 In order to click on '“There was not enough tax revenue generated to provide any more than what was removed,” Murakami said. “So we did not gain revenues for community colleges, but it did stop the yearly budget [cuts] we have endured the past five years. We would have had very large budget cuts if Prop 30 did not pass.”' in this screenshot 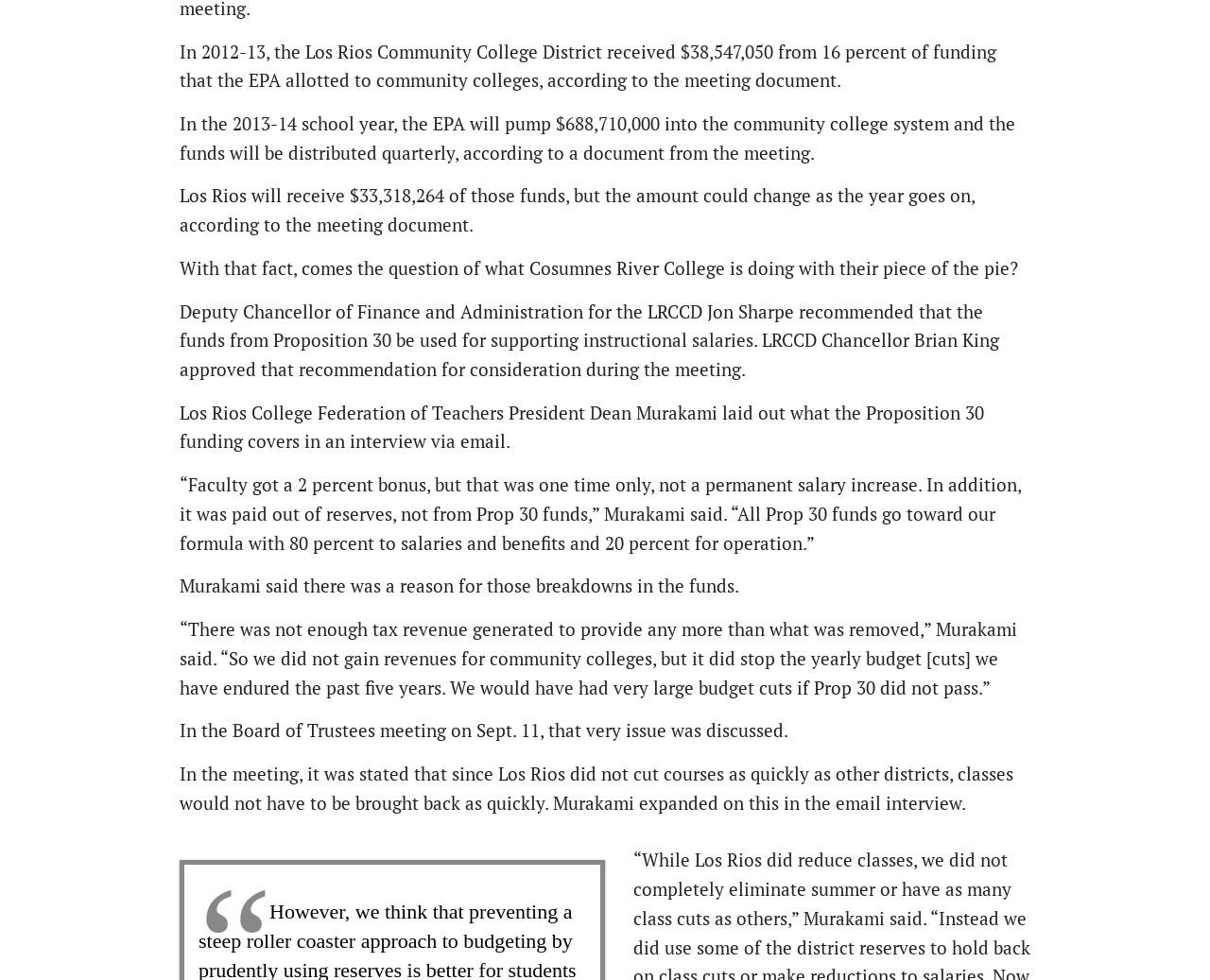, I will do `click(596, 658)`.